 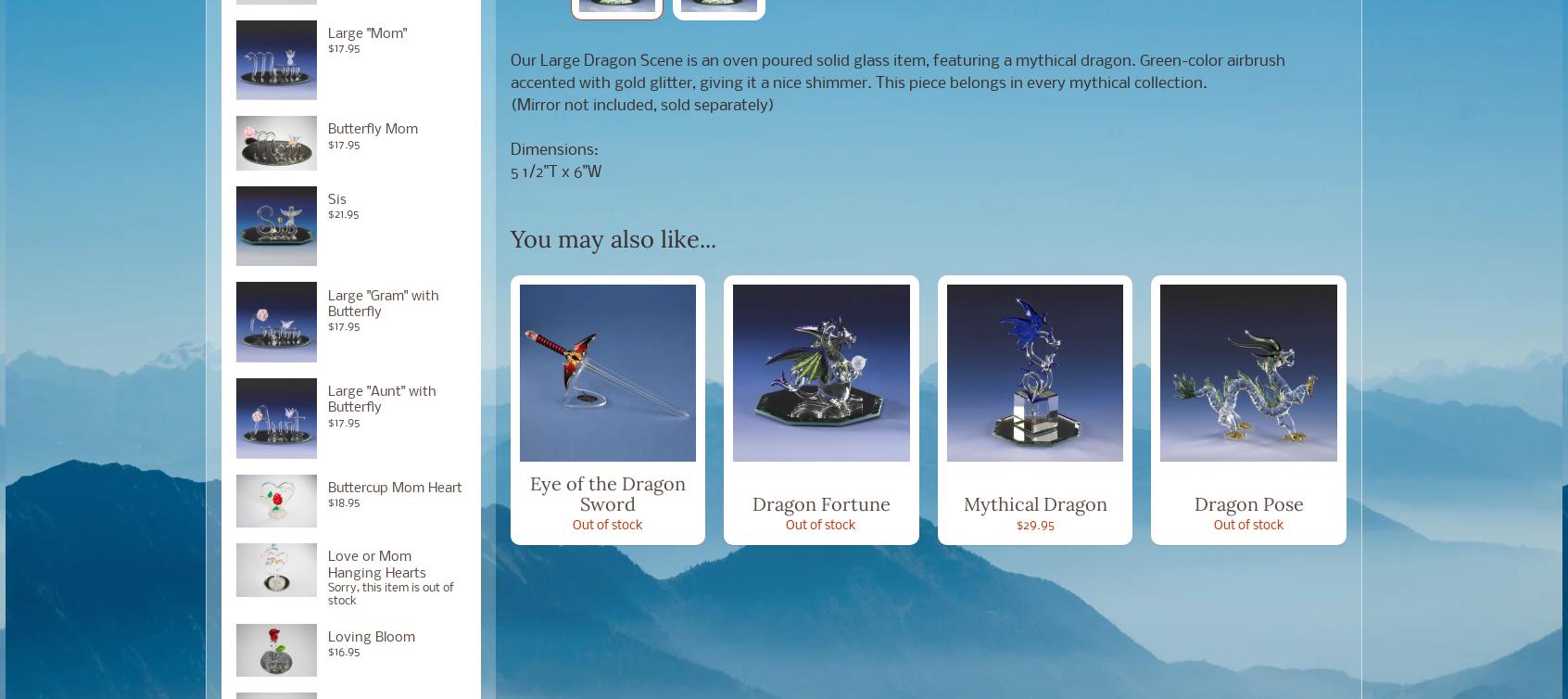 I want to click on 'Eye of the Dragon Sword', so click(x=528, y=492).